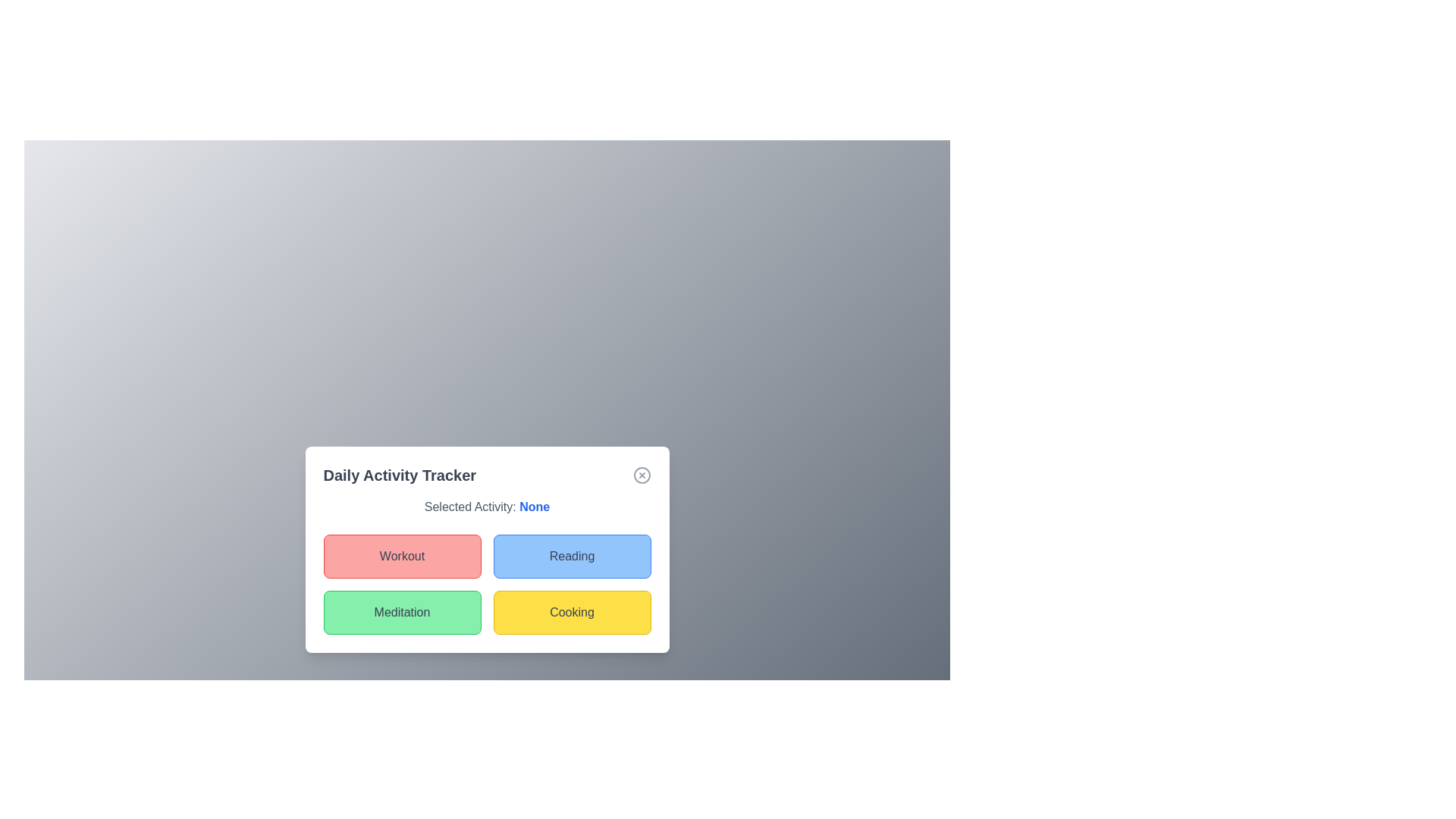  I want to click on the Meditation button to observe its visual effect, so click(402, 611).